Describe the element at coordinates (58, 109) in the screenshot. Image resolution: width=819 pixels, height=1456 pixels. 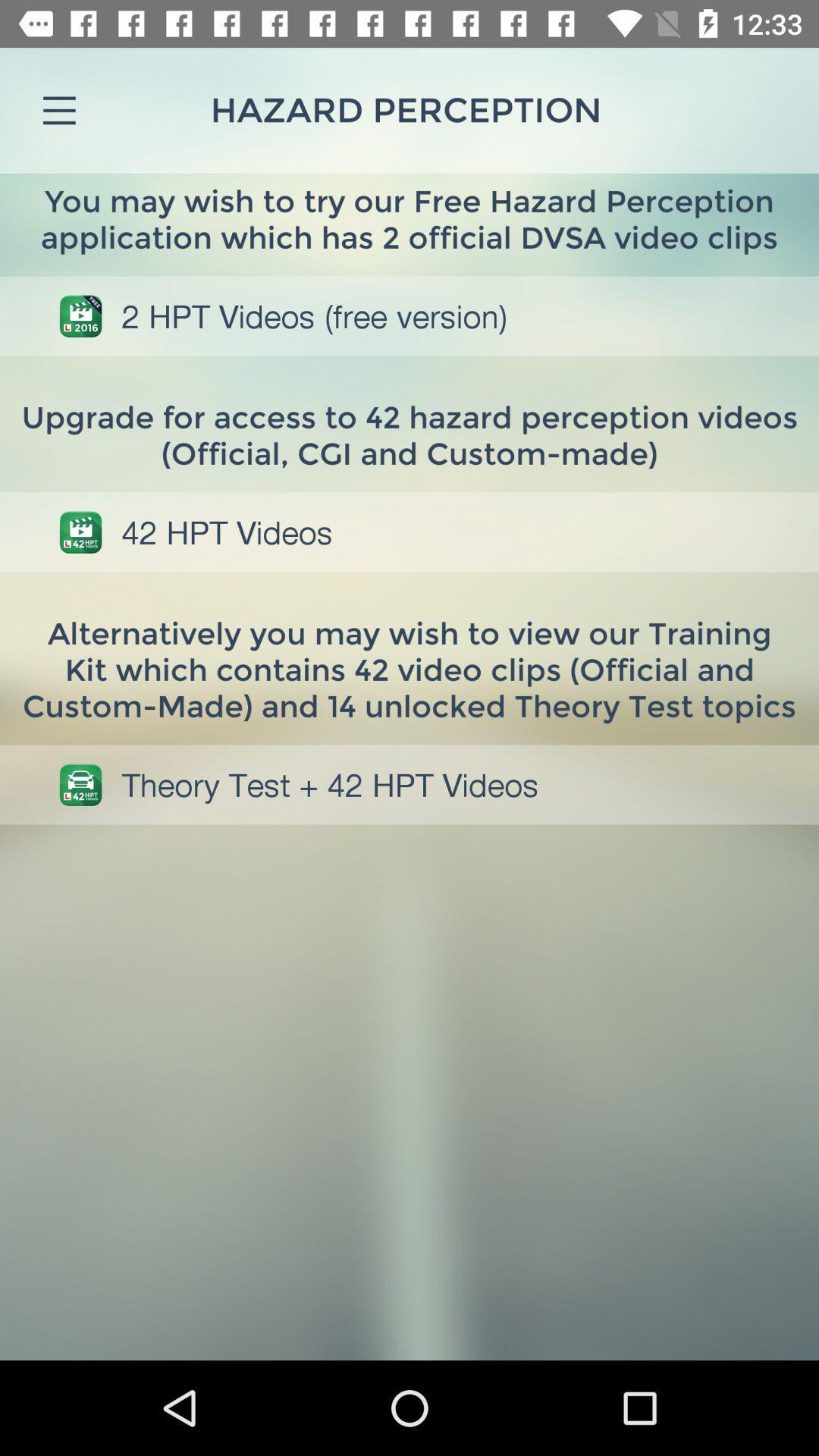
I see `the menu bar` at that location.